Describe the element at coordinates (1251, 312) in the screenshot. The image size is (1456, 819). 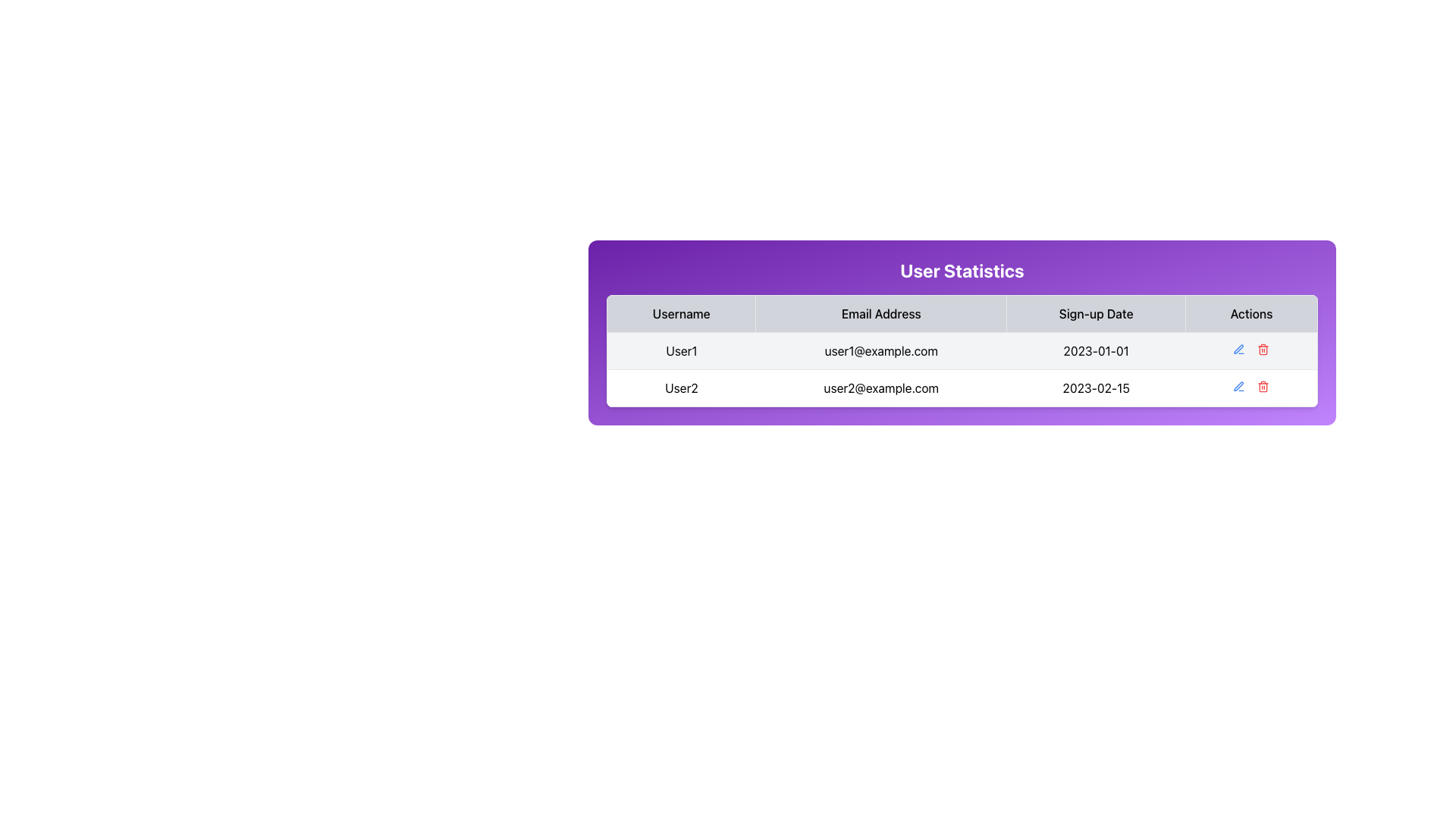
I see `the text label that serves as the header for the column in the table, located on the far-right of the header adjacent to the 'Sign-up Date' header` at that location.